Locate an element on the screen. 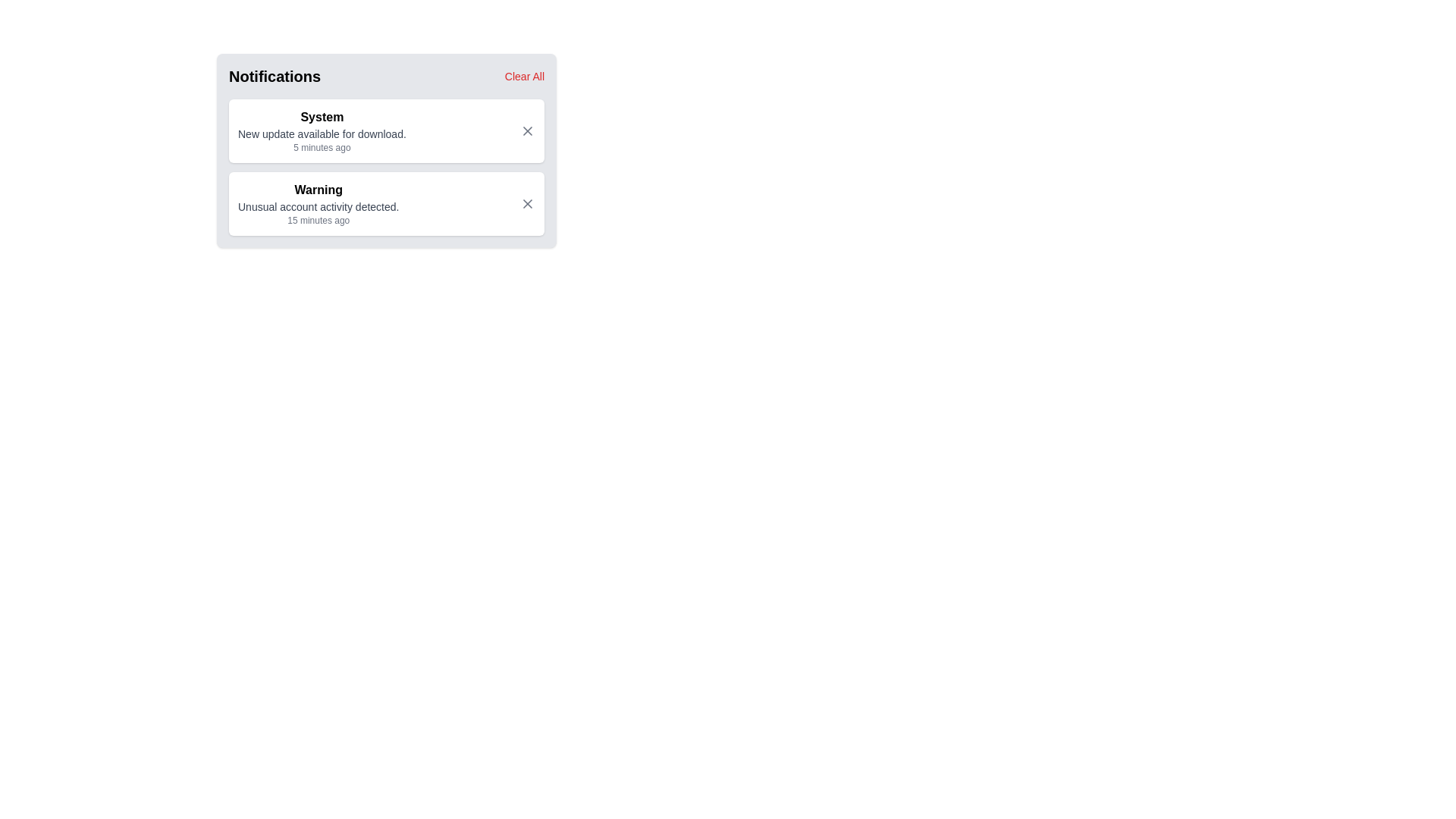 This screenshot has height=819, width=1456. the header text label for the notifications section, which serves as a contextual indicator for the content below is located at coordinates (275, 76).